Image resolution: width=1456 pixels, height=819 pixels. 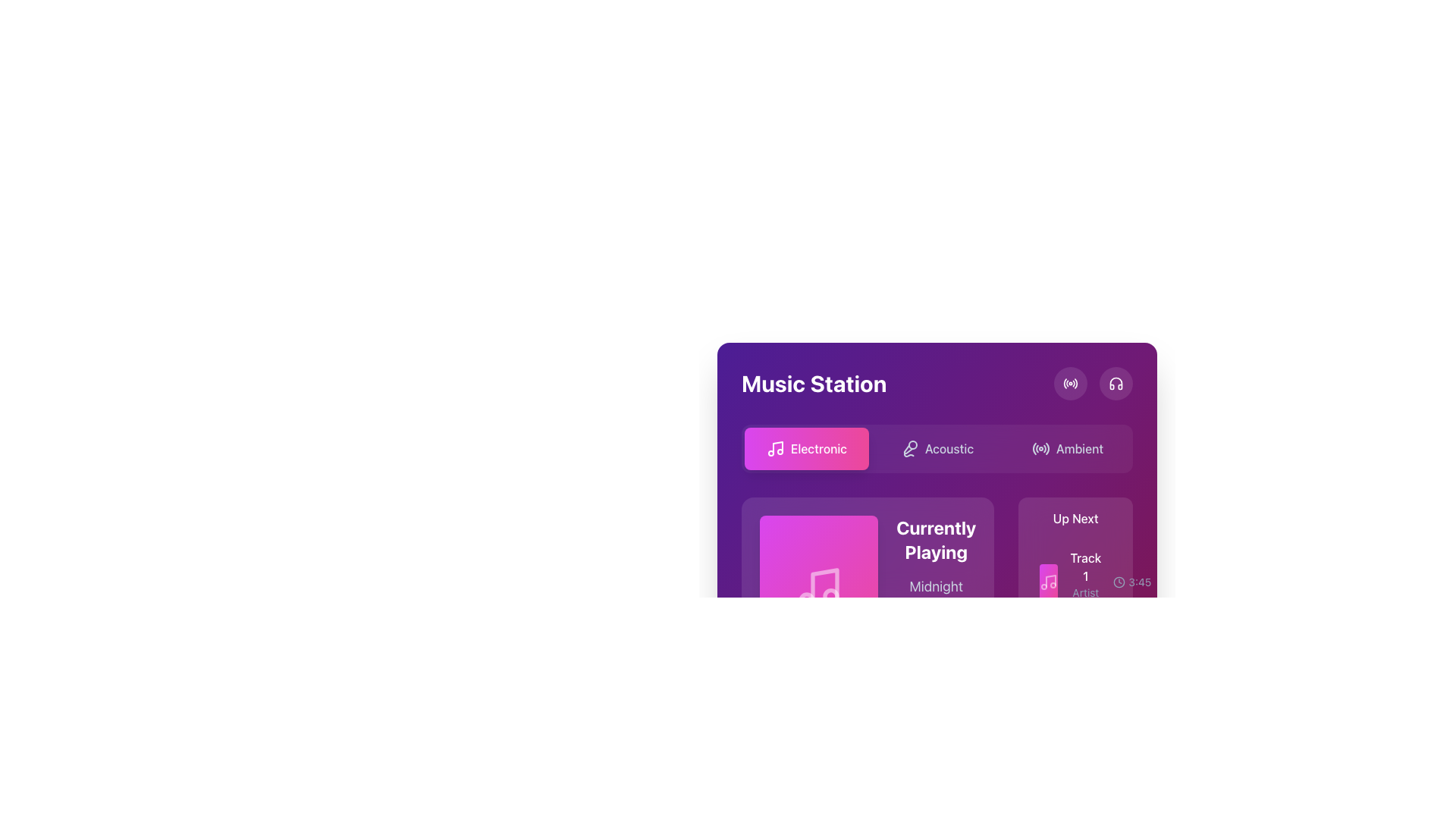 What do you see at coordinates (1119, 581) in the screenshot?
I see `the outer circle of the clock icon, which is a minimalistic vector graphic circle located in the upper right corner of the interface` at bounding box center [1119, 581].